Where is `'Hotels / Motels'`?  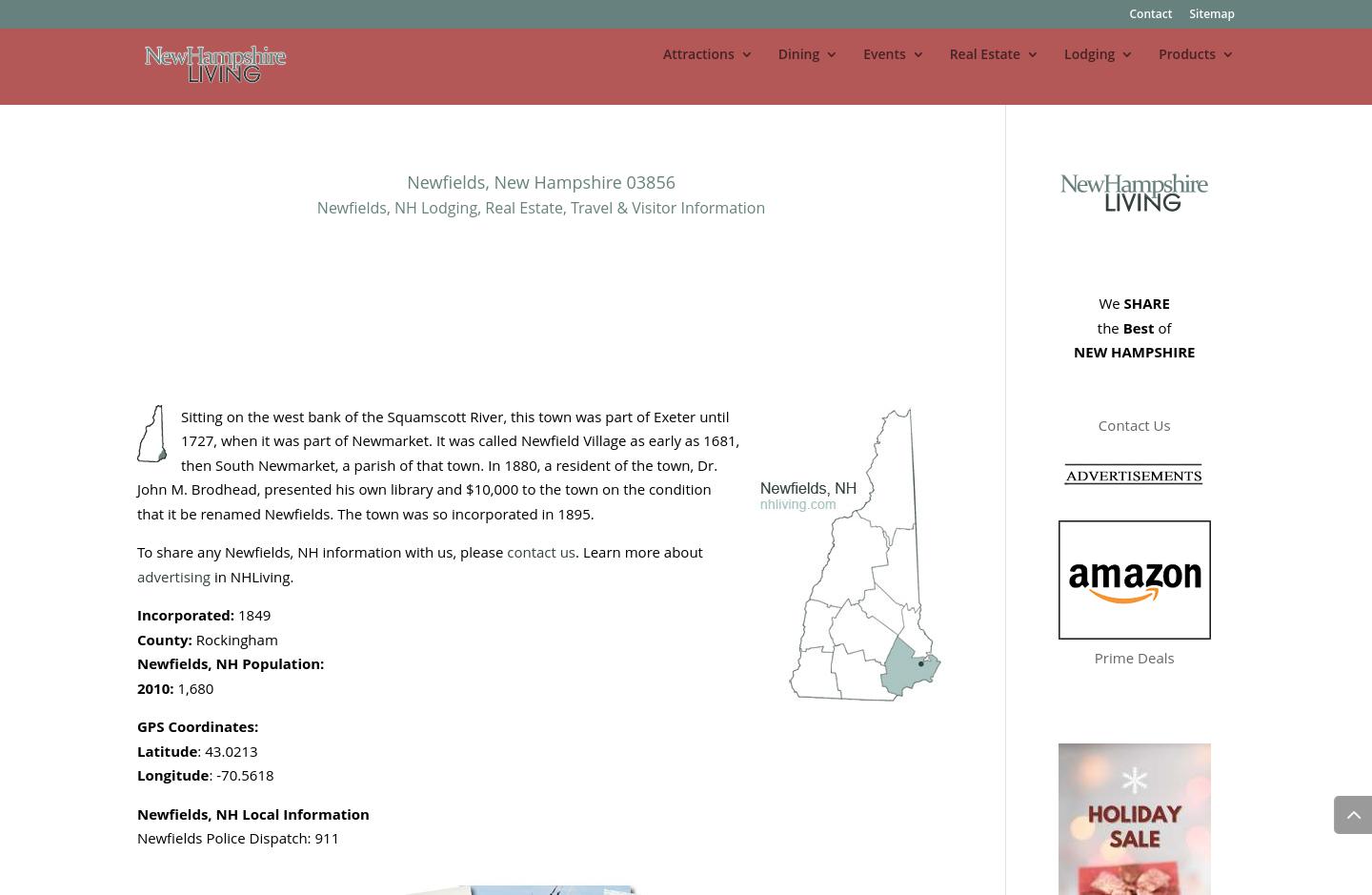
'Hotels / Motels' is located at coordinates (1149, 211).